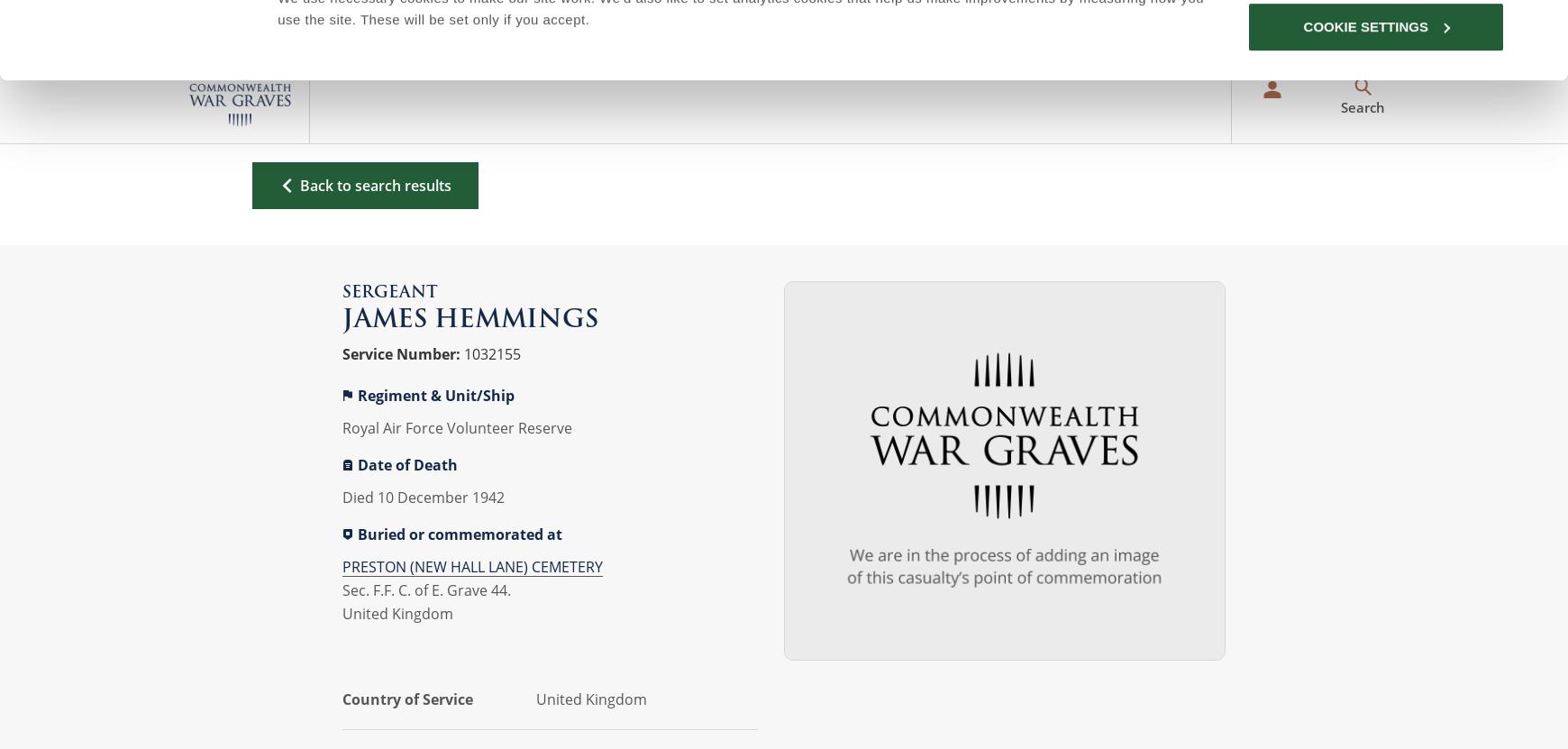 This screenshot has width=1568, height=749. What do you see at coordinates (406, 463) in the screenshot?
I see `'Date of Death'` at bounding box center [406, 463].